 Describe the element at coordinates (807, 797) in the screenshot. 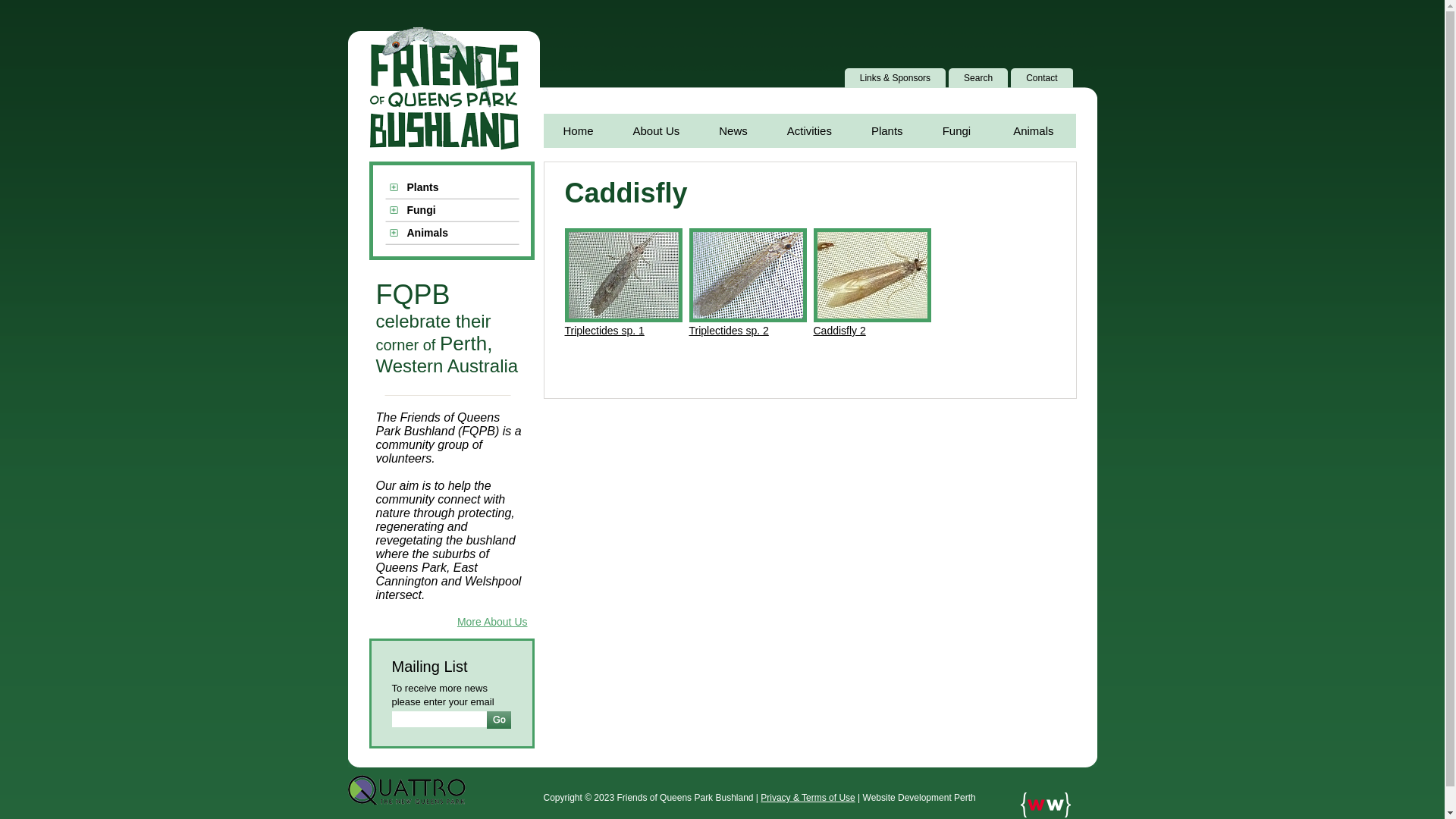

I see `'Privacy & Terms of Use'` at that location.